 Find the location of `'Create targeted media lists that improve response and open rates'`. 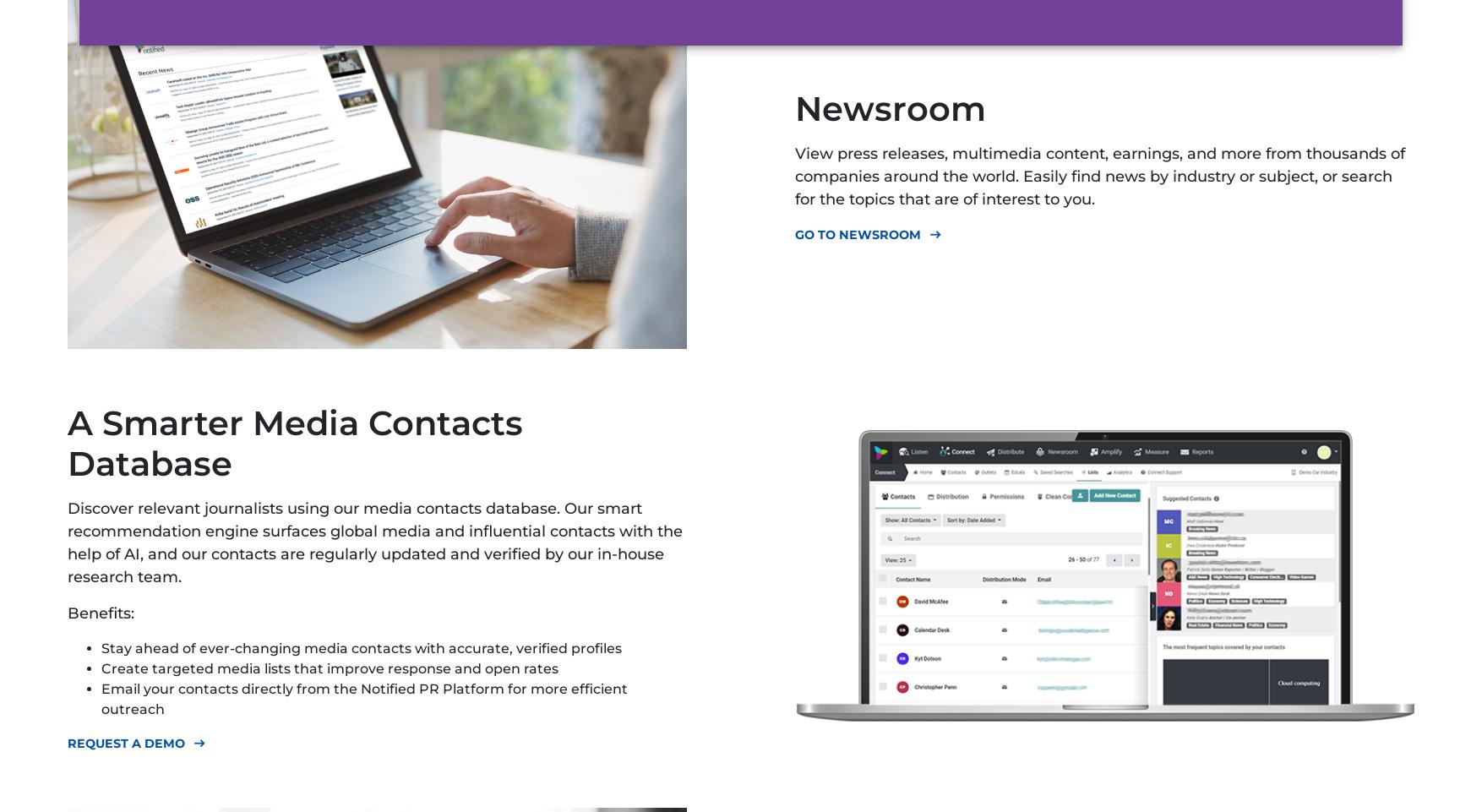

'Create targeted media lists that improve response and open rates' is located at coordinates (330, 668).